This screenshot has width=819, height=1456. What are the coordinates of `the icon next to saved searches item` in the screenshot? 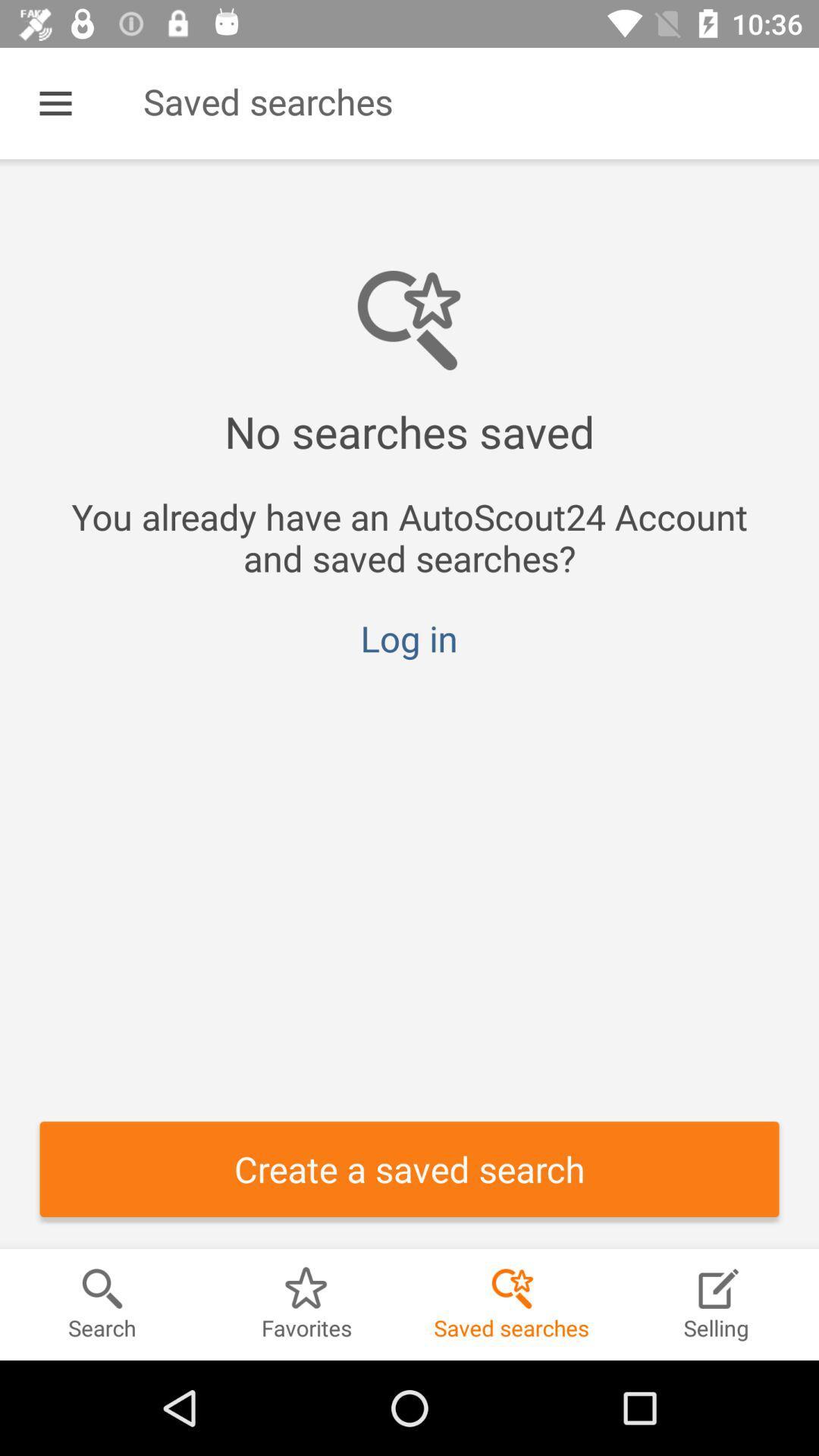 It's located at (55, 102).